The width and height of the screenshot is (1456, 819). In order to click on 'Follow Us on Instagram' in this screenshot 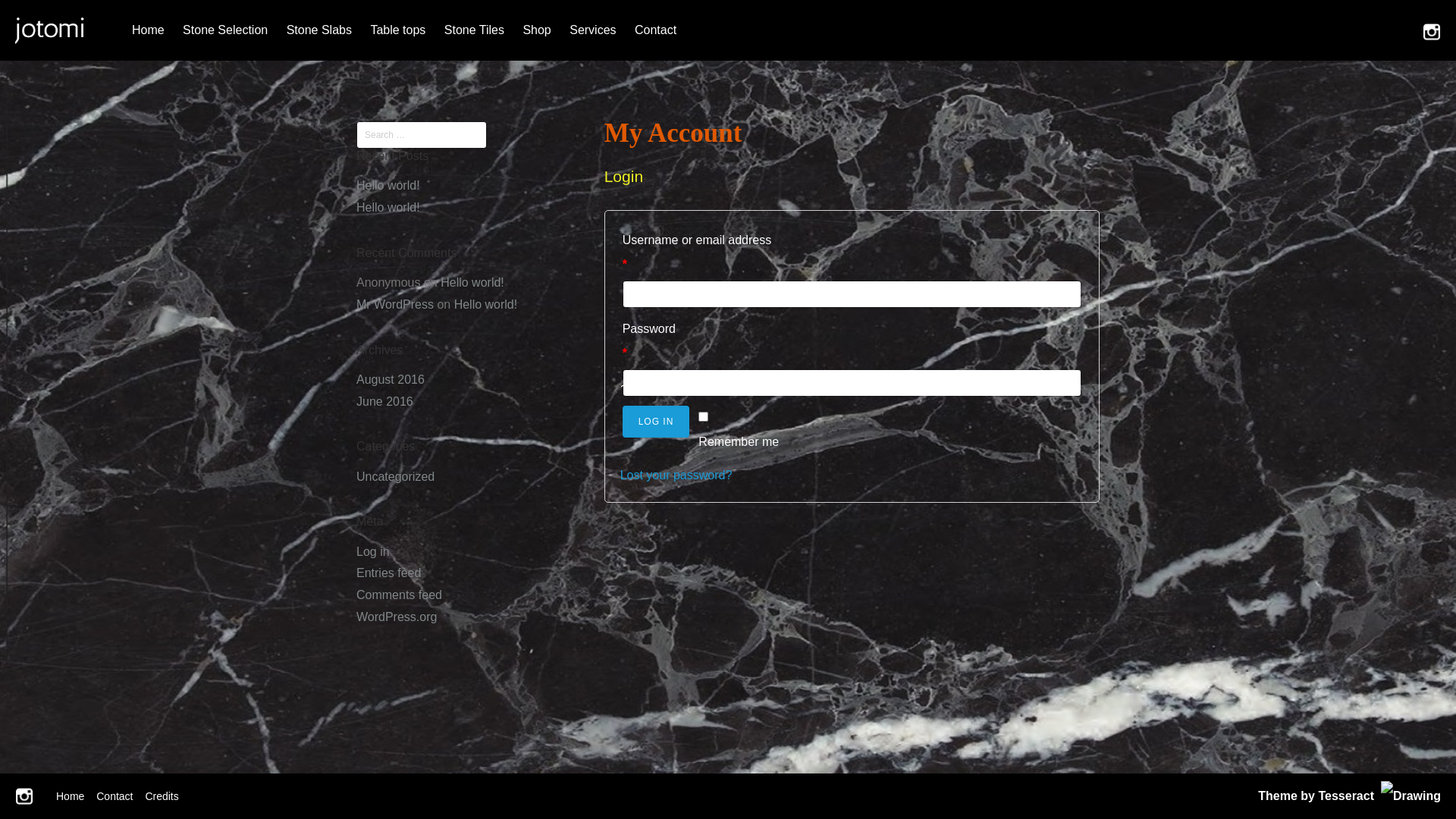, I will do `click(14, 795)`.